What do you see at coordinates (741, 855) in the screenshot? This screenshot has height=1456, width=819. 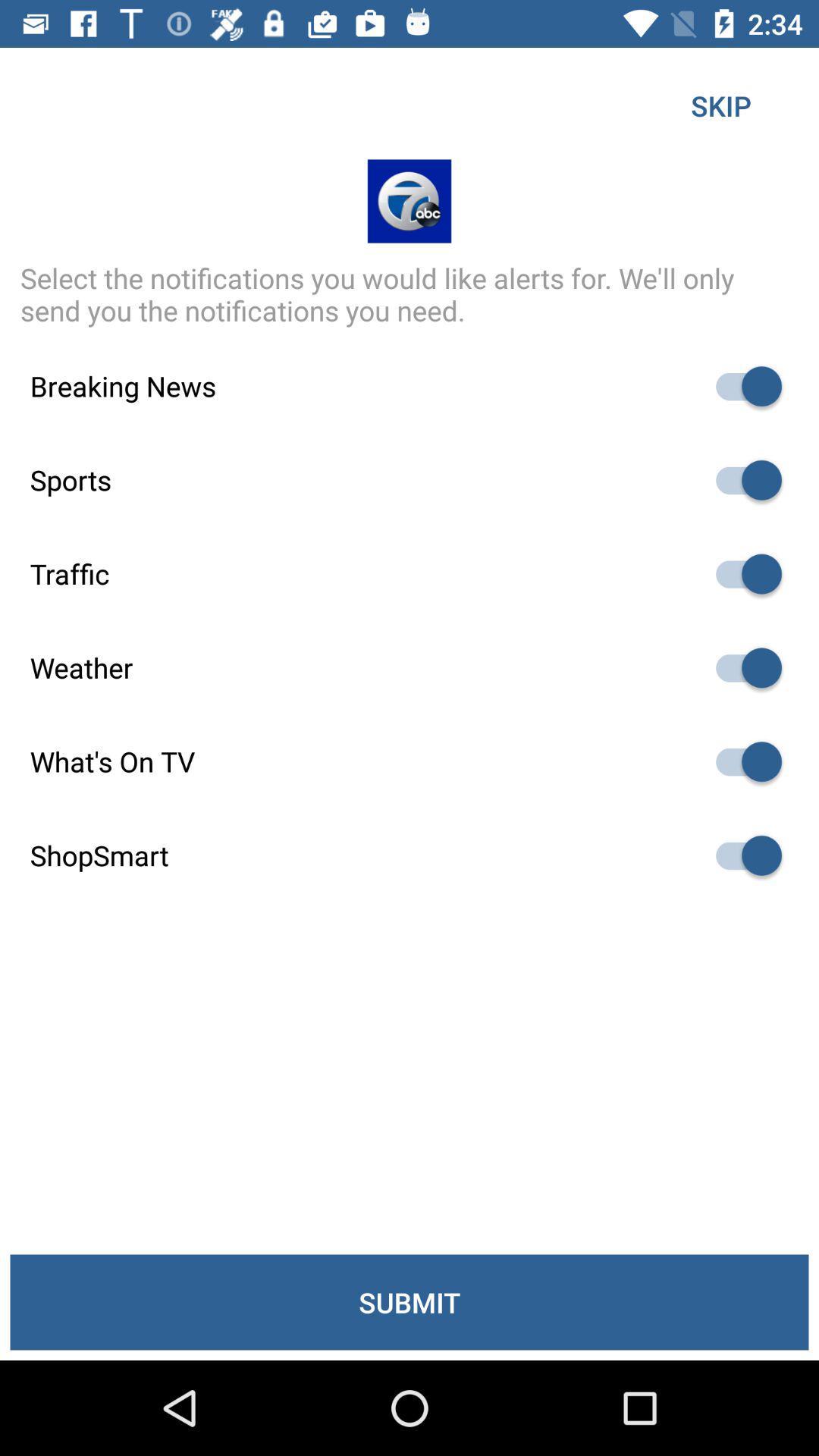 I see `switch autoplay option` at bounding box center [741, 855].